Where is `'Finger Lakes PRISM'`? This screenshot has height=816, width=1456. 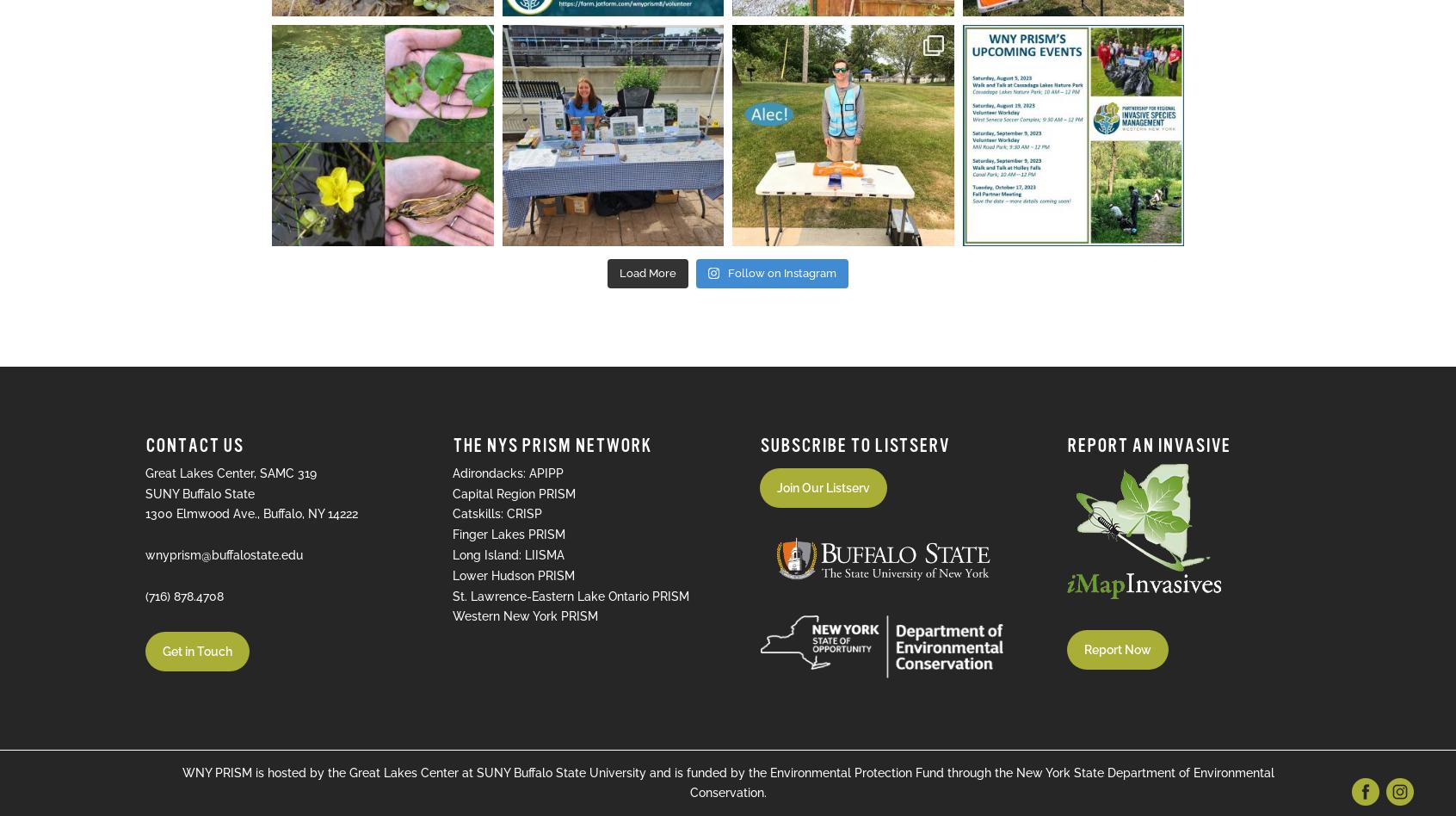
'Finger Lakes PRISM' is located at coordinates (508, 534).